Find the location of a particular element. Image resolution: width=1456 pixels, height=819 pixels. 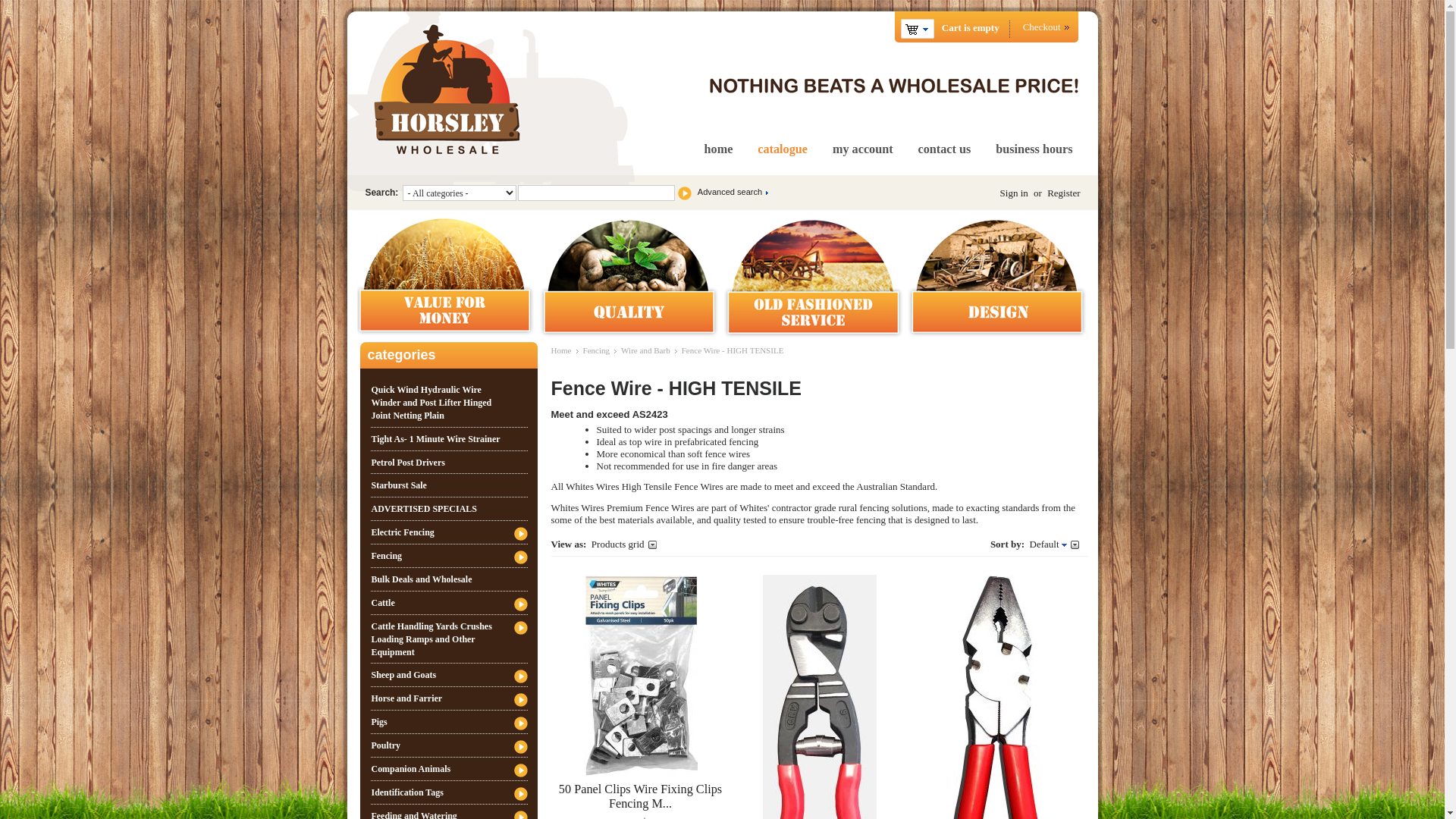

'Checkout' is located at coordinates (1044, 27).